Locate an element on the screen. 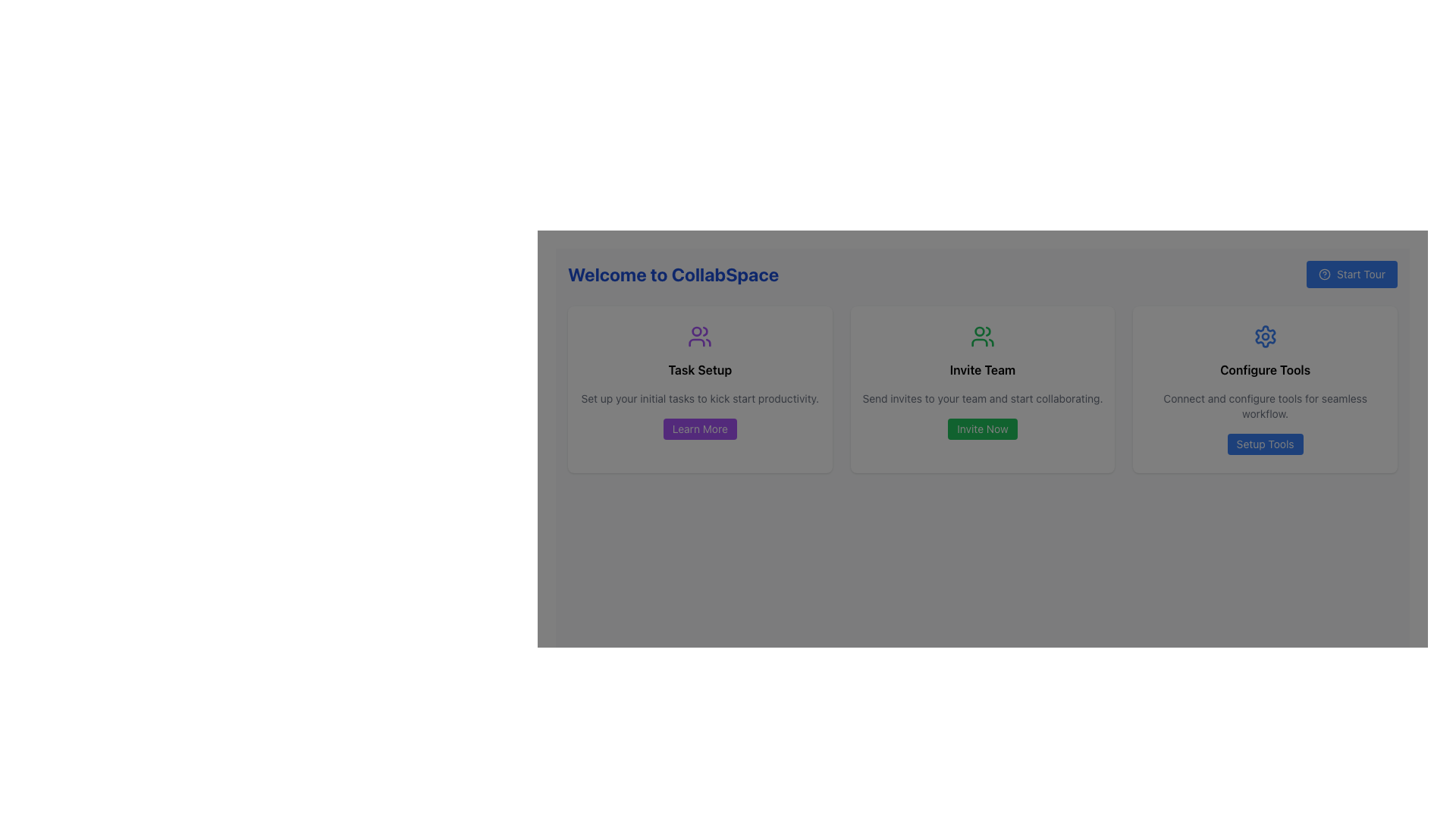 Image resolution: width=1456 pixels, height=819 pixels. the 'Invite Team' text label, which is styled in bold and located beneath a green group icon within the second card of a three-card layout is located at coordinates (983, 370).